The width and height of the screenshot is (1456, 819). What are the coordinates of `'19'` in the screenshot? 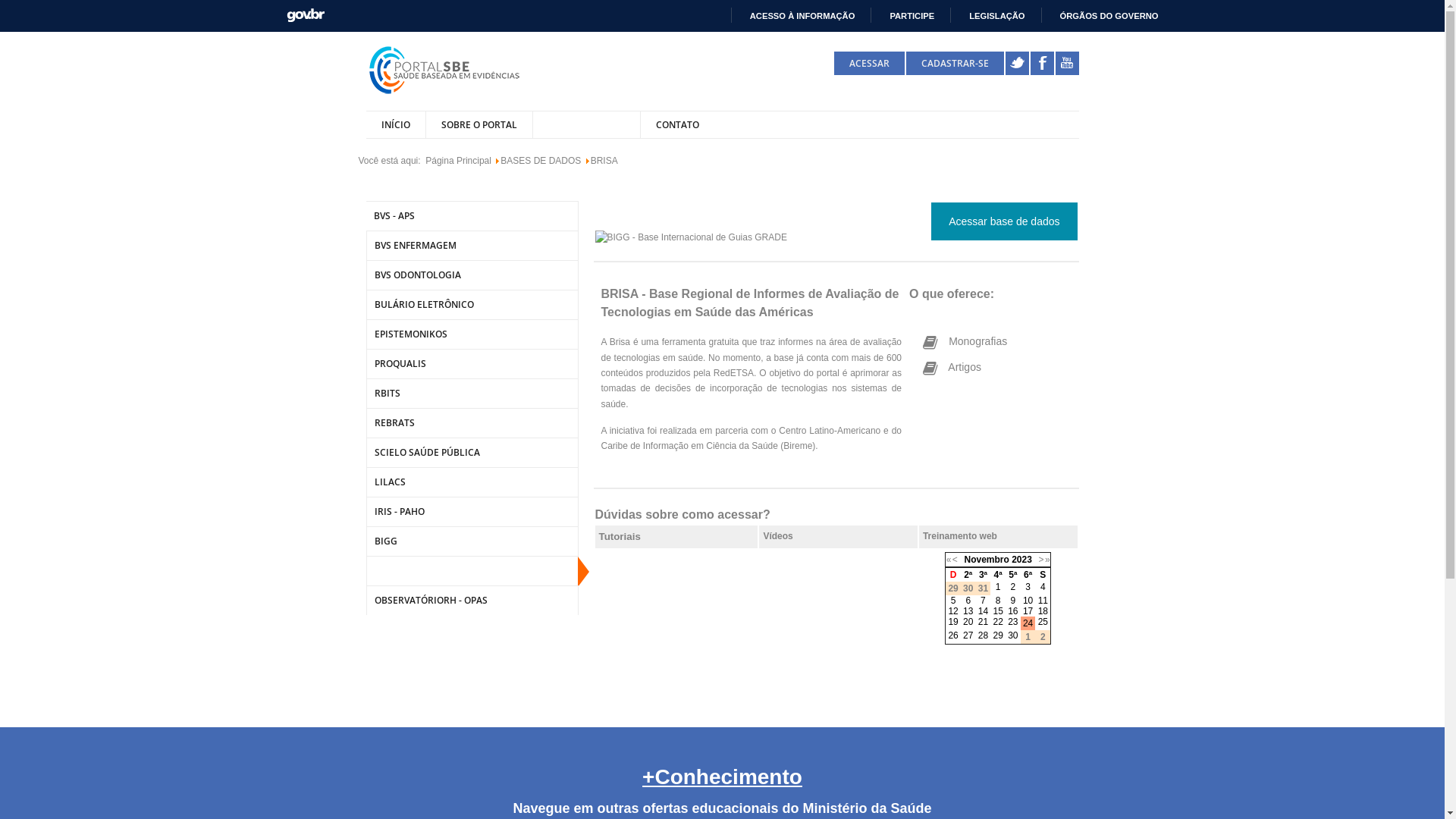 It's located at (946, 622).